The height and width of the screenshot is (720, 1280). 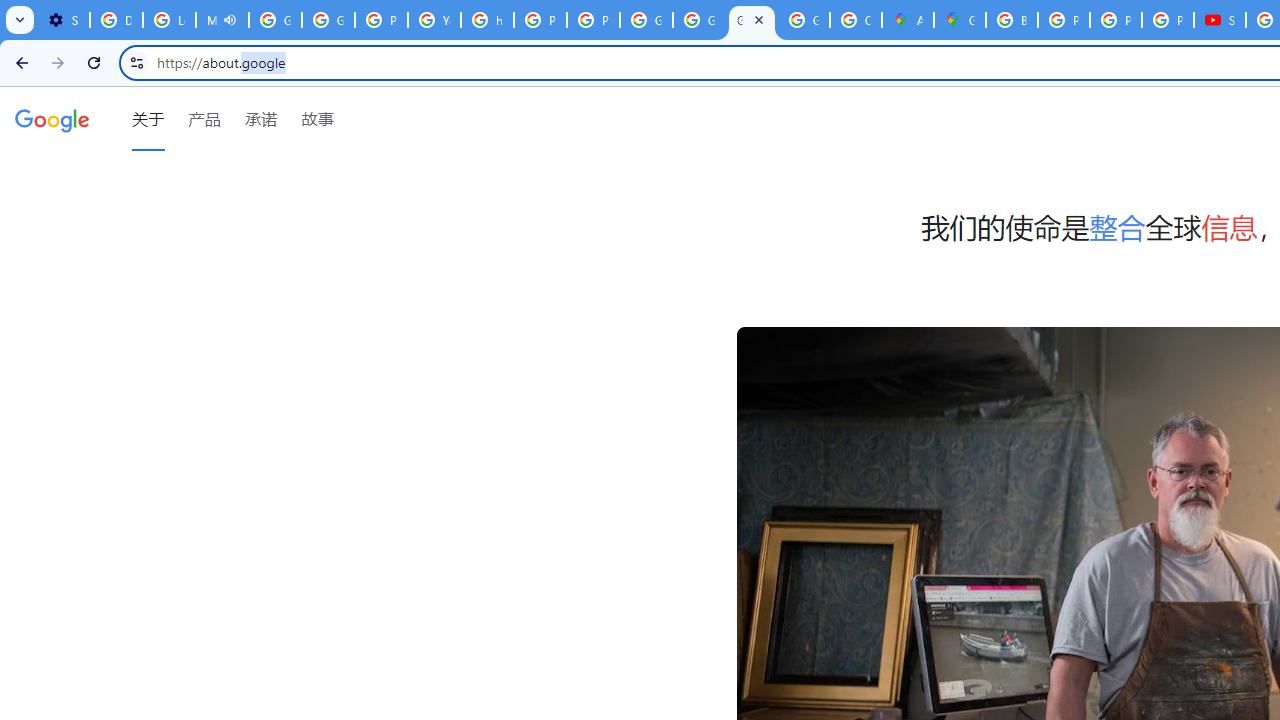 I want to click on 'Privacy Help Center - Policies Help', so click(x=1063, y=20).